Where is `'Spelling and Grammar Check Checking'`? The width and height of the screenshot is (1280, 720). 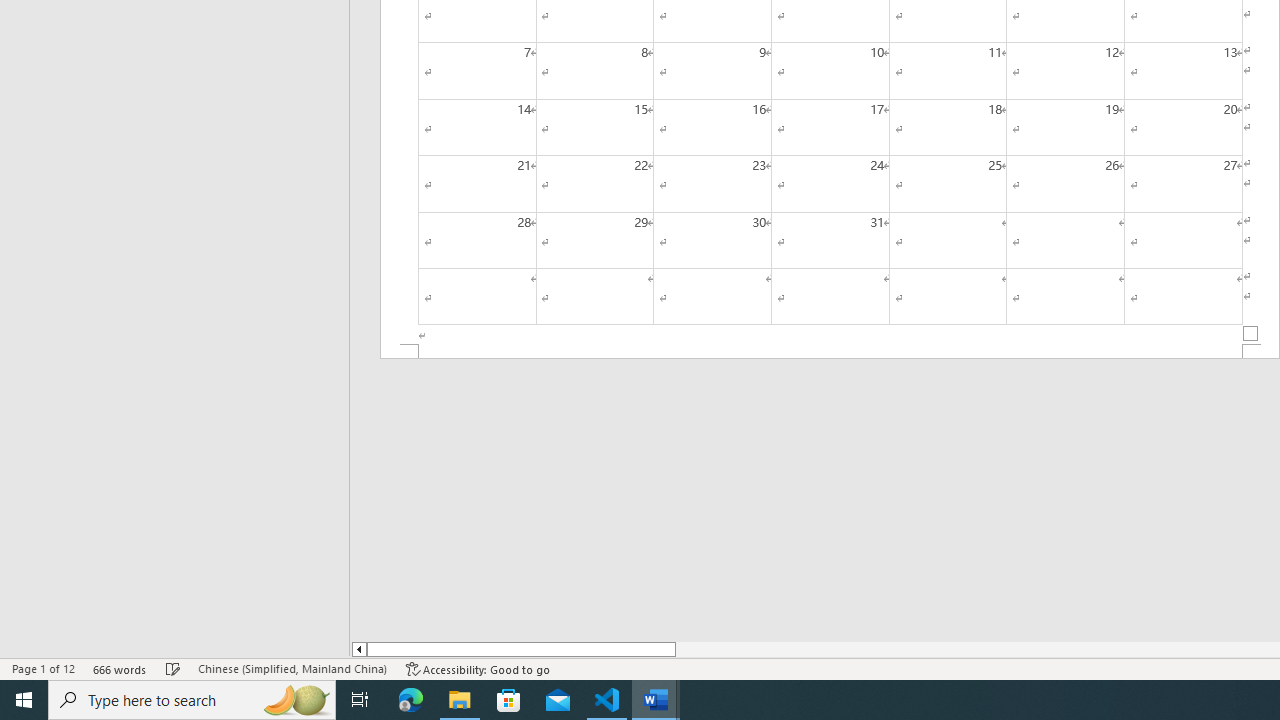
'Spelling and Grammar Check Checking' is located at coordinates (173, 669).